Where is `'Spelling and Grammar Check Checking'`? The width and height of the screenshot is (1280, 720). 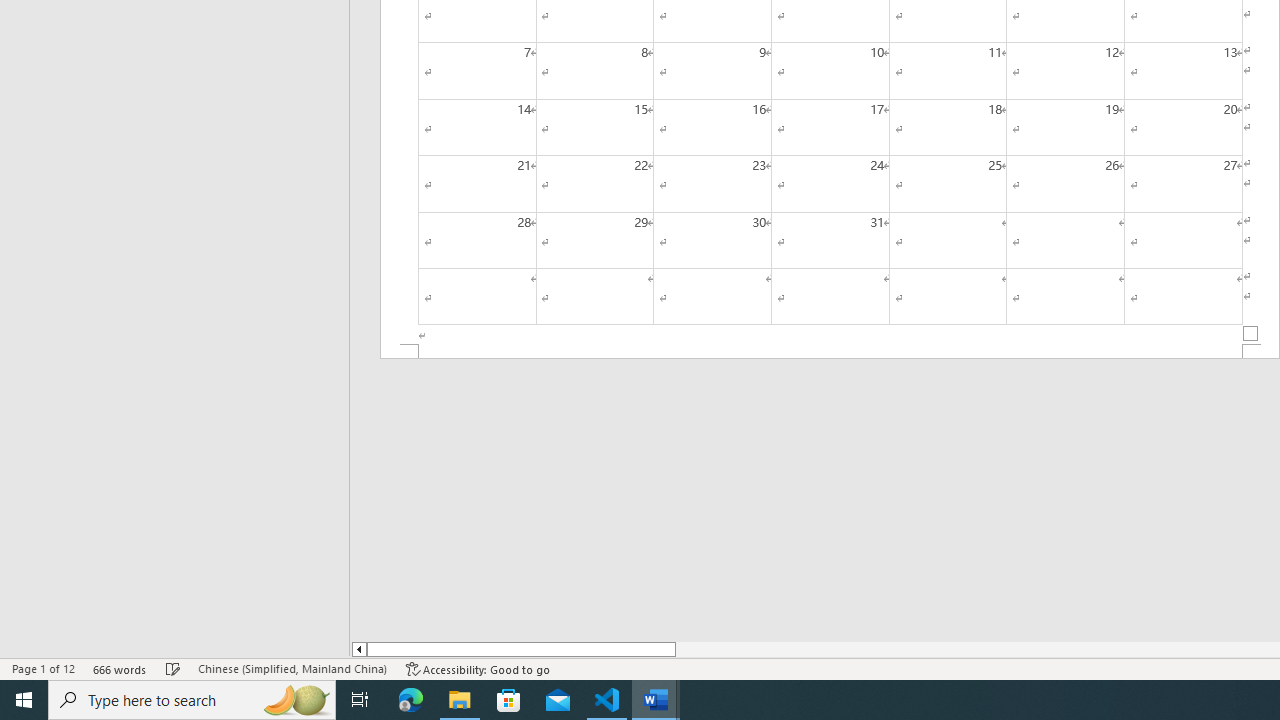
'Spelling and Grammar Check Checking' is located at coordinates (173, 669).